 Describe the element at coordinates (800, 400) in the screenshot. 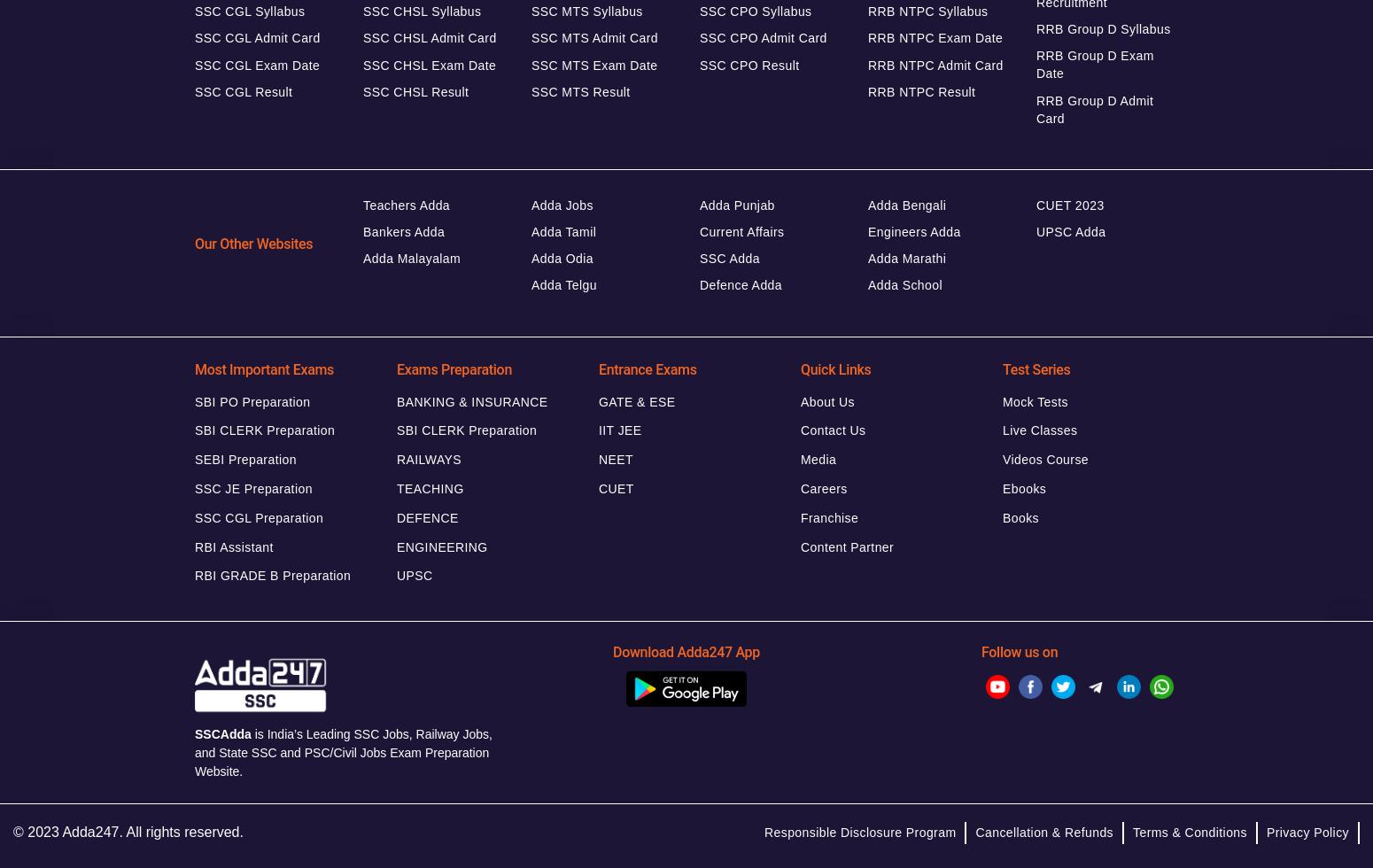

I see `'About Us'` at that location.